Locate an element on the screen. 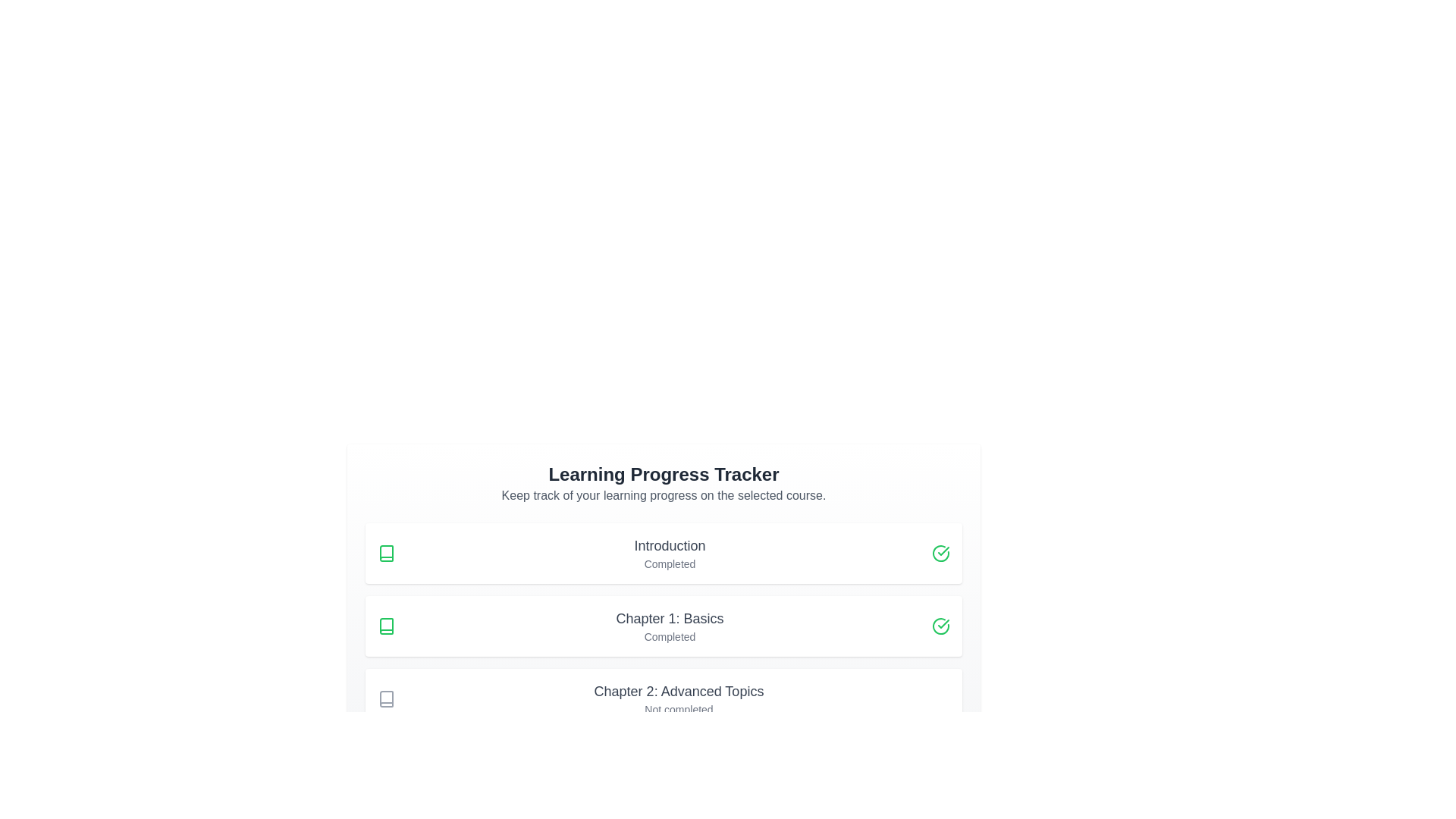 This screenshot has height=819, width=1456. structure of the first icon in the learning progress tracker, which is located to the left of the 'Introduction' text by using developer tools is located at coordinates (386, 553).